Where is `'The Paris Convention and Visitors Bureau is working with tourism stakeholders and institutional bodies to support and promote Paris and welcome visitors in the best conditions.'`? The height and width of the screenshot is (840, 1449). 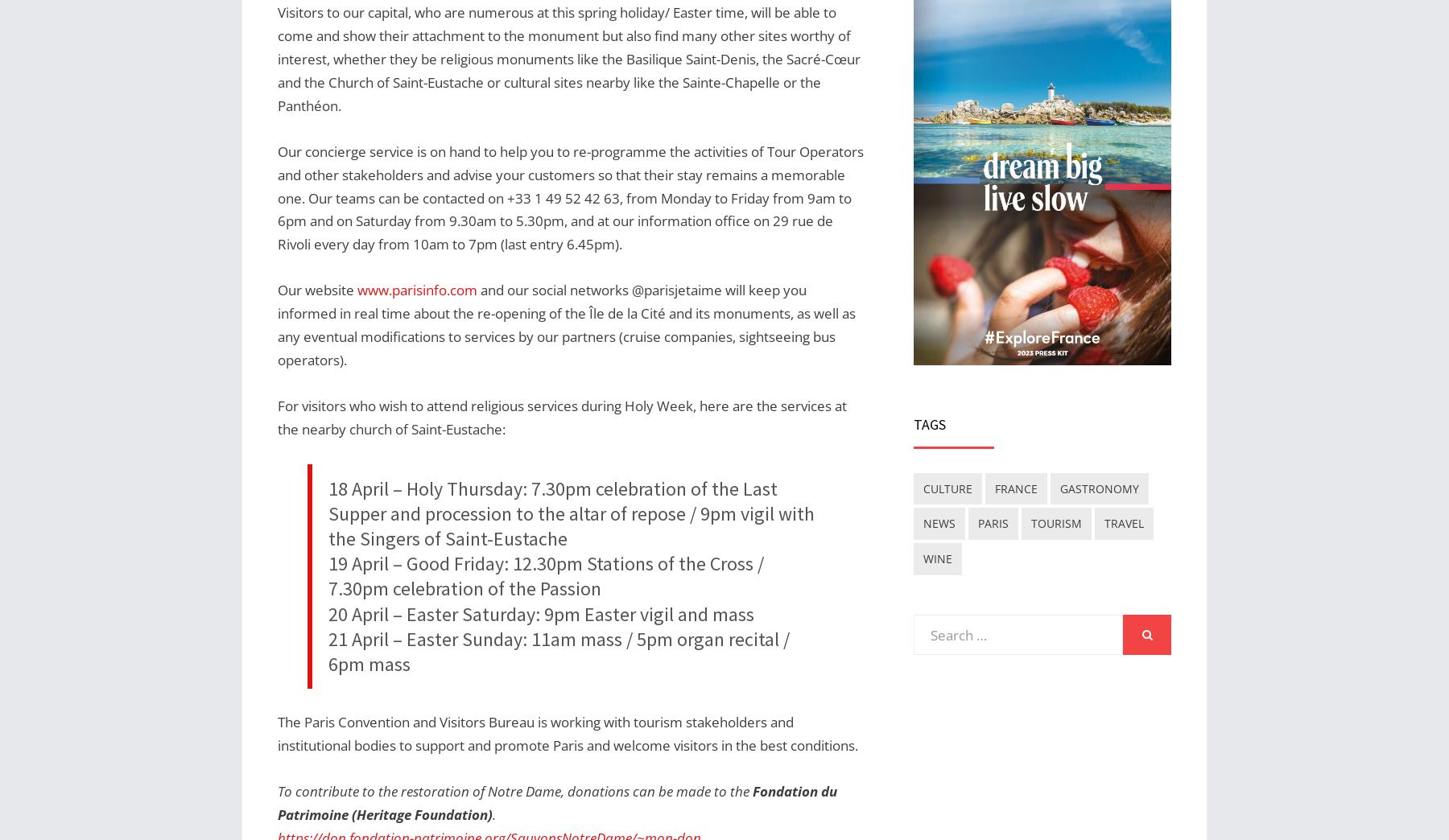
'The Paris Convention and Visitors Bureau is working with tourism stakeholders and institutional bodies to support and promote Paris and welcome visitors in the best conditions.' is located at coordinates (567, 733).